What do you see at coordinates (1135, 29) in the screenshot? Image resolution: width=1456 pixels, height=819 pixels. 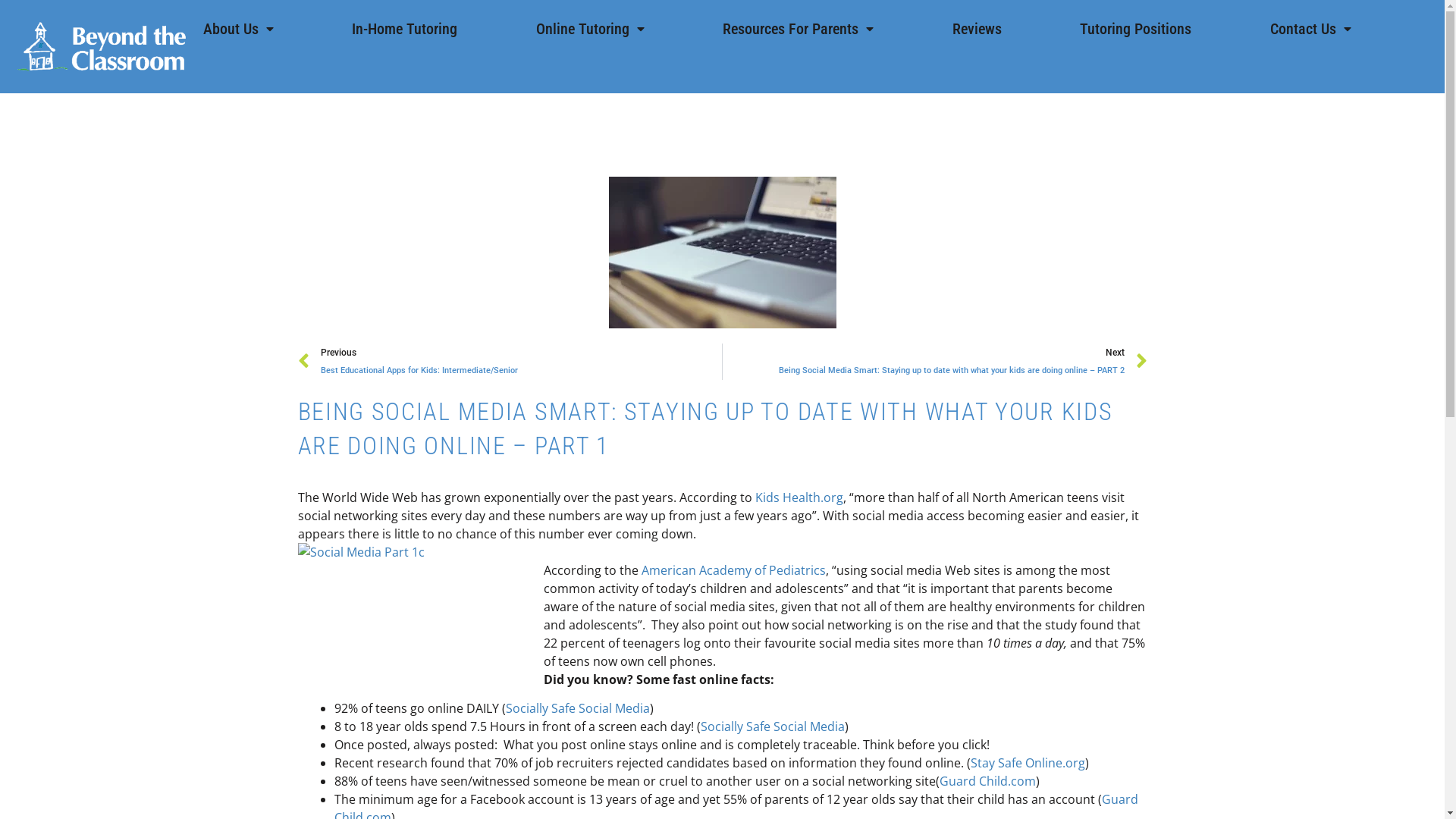 I see `'Tutoring Positions'` at bounding box center [1135, 29].